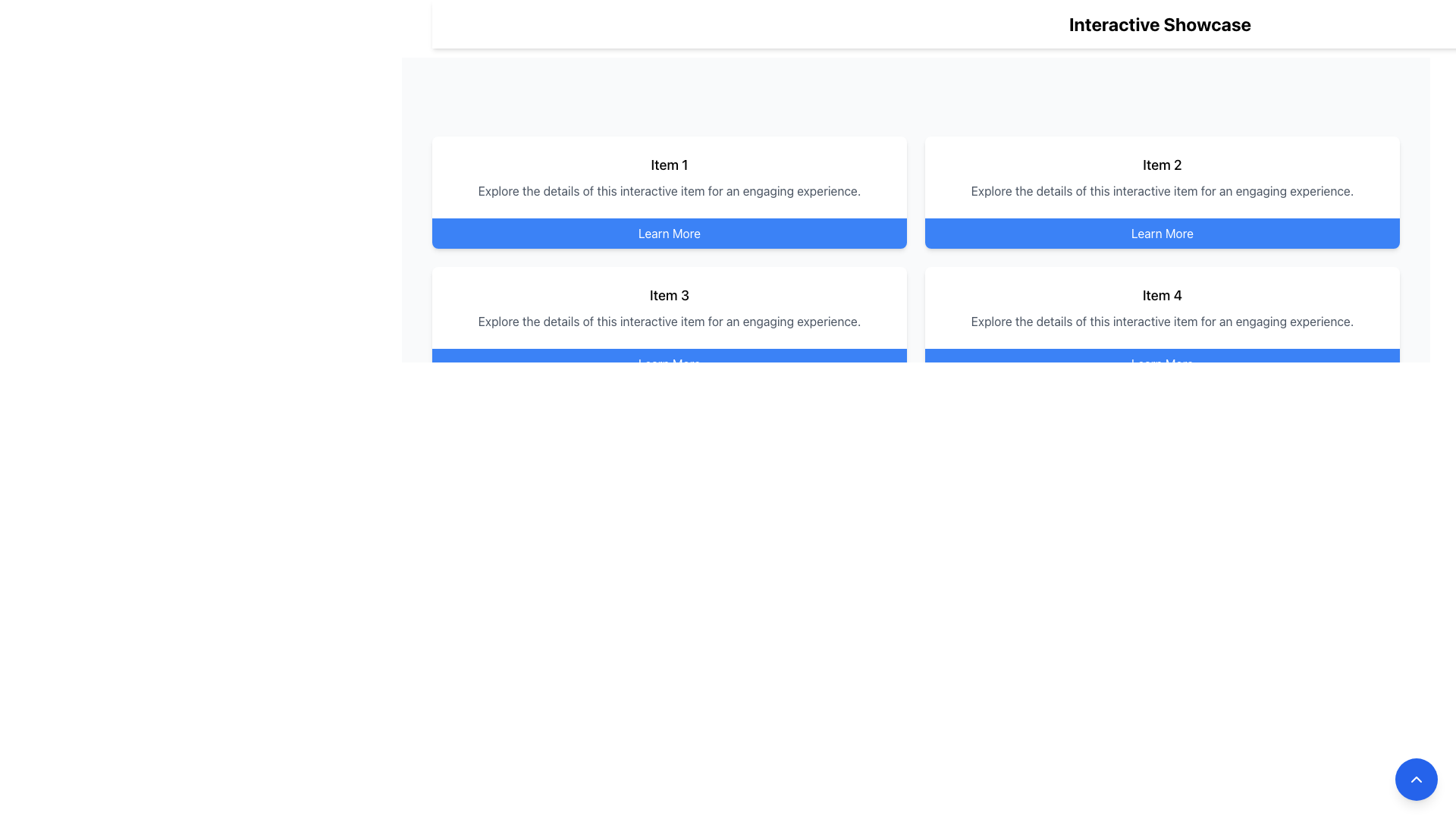  What do you see at coordinates (669, 165) in the screenshot?
I see `information displayed in the header text labeled 'Item 1' which is bold and larger, located at the top of the first card in a two-row grid layout` at bounding box center [669, 165].